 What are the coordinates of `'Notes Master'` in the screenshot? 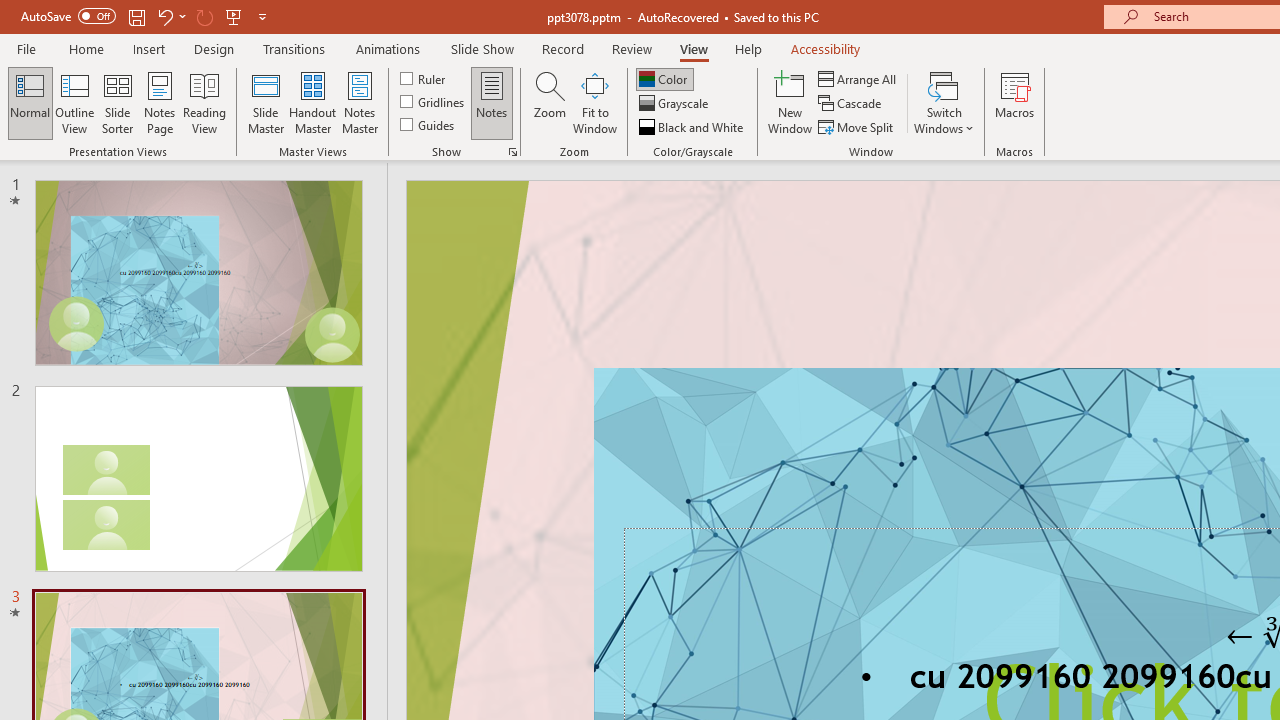 It's located at (360, 103).